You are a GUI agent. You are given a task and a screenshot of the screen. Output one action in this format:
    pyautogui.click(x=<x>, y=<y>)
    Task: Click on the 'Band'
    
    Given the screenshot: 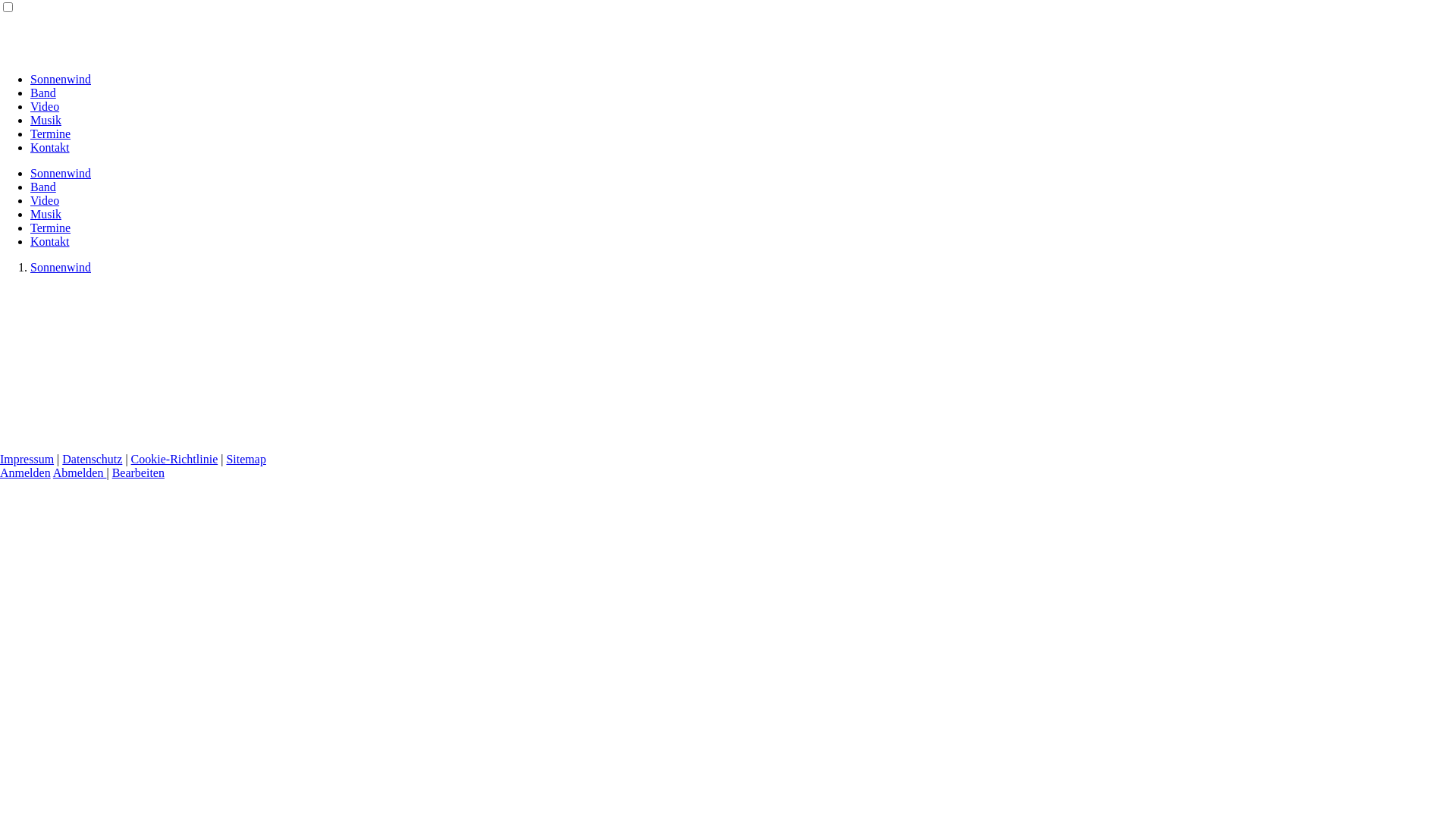 What is the action you would take?
    pyautogui.click(x=43, y=93)
    